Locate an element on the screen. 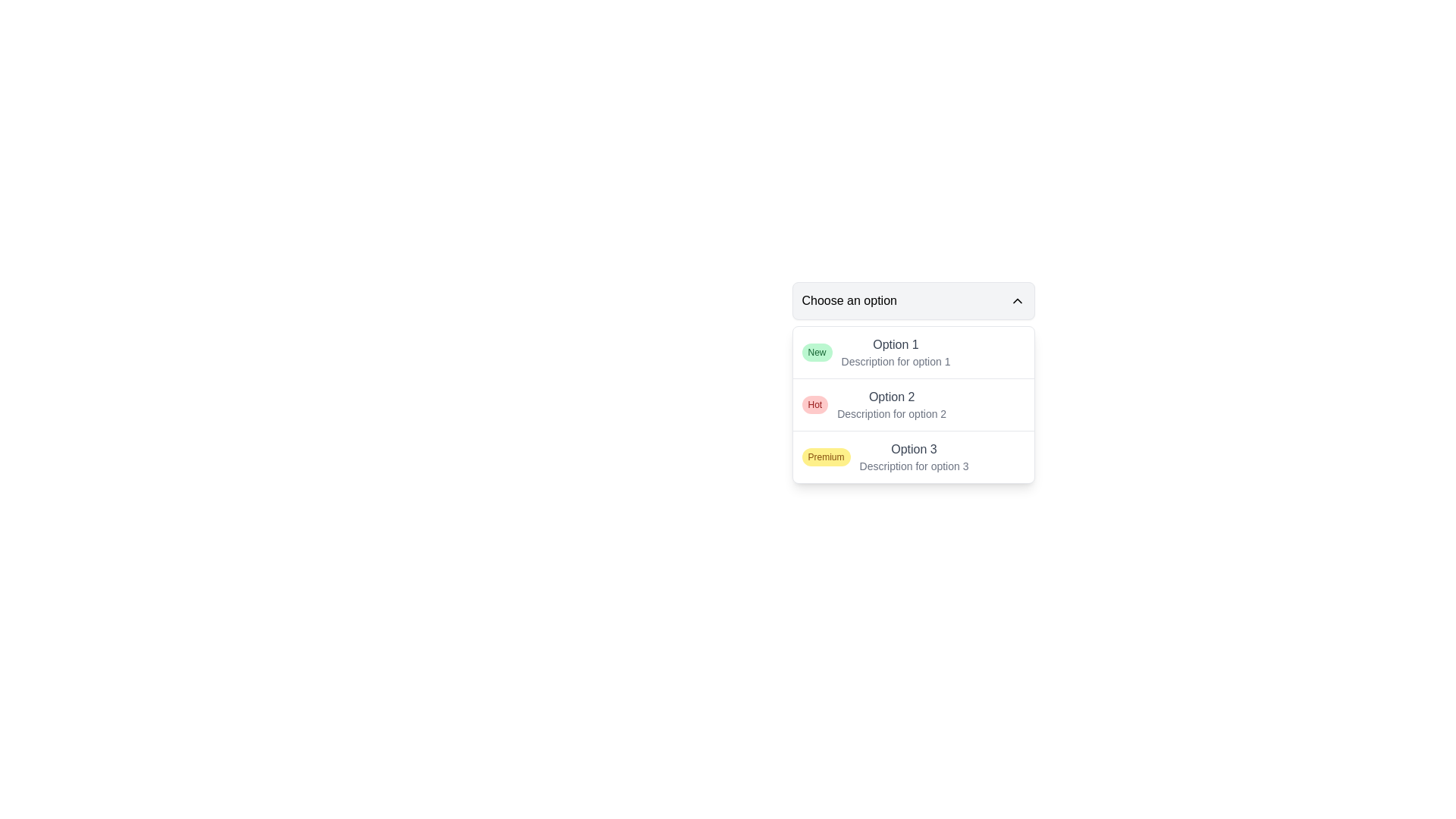  the 'New' badge with a green background and rounded edges, positioned to the left of 'Option 1' to understand its meaning is located at coordinates (816, 353).